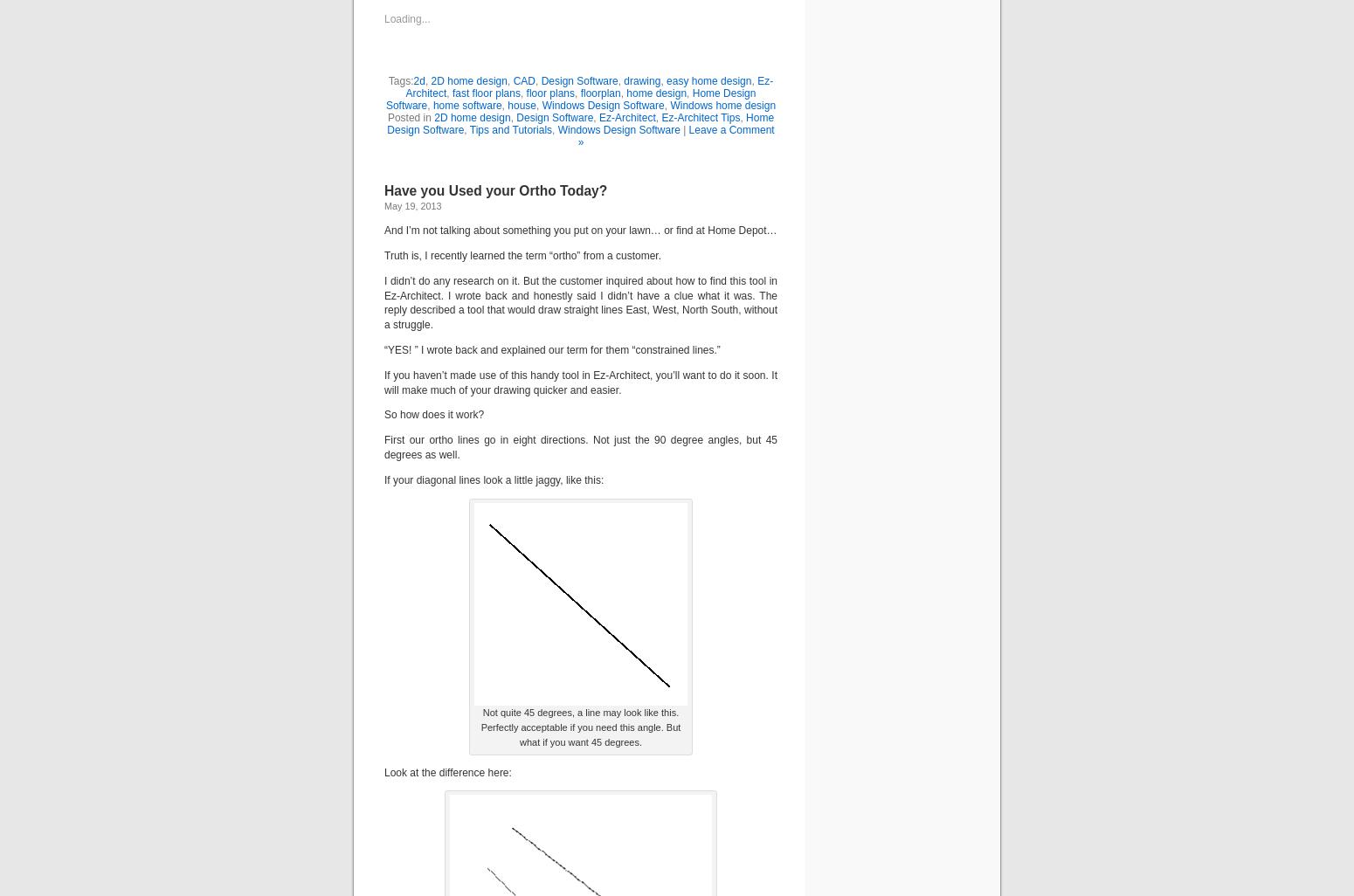  What do you see at coordinates (400, 79) in the screenshot?
I see `'Tags:'` at bounding box center [400, 79].